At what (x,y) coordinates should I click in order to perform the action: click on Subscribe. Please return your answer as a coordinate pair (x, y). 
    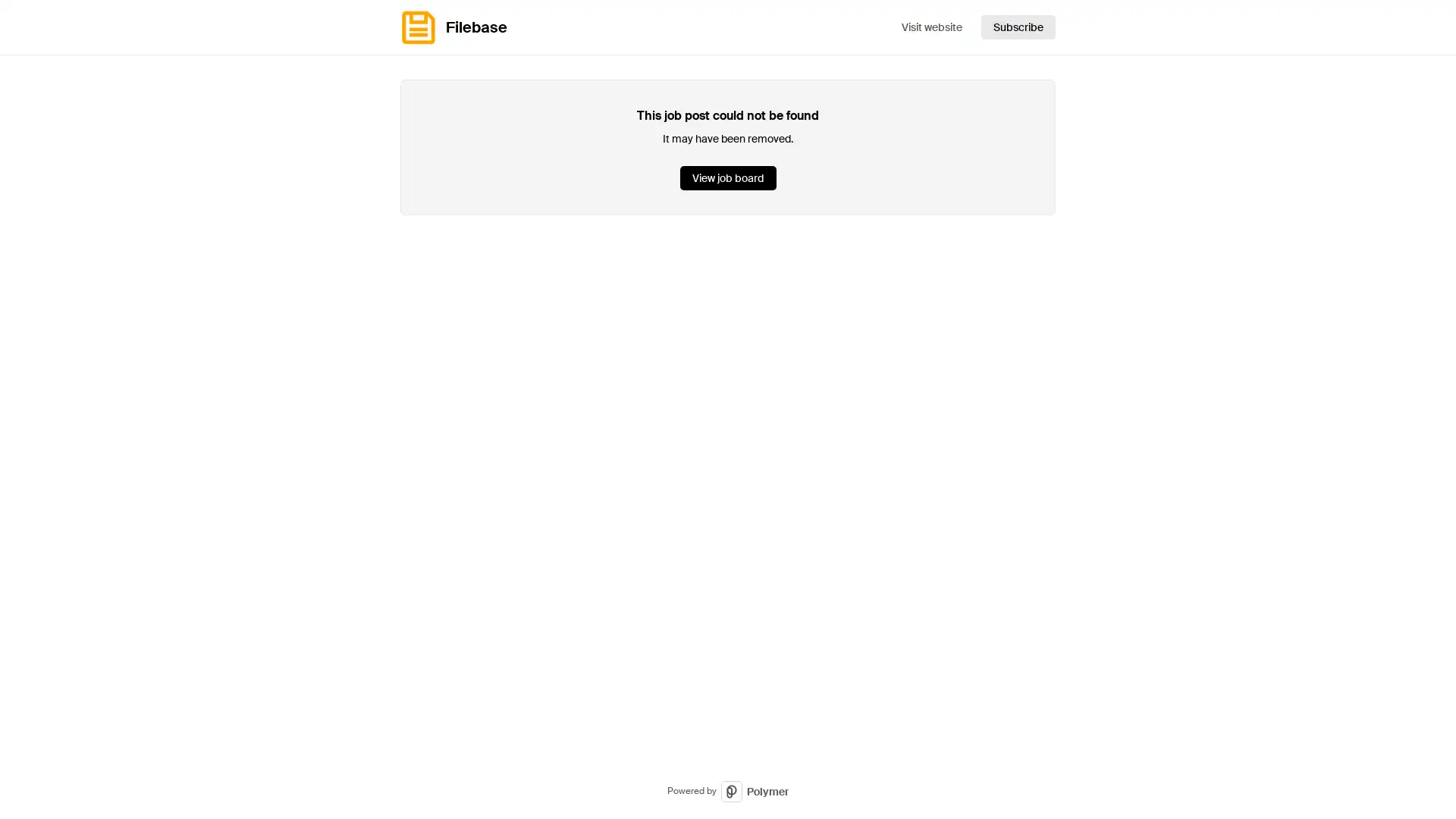
    Looking at the image, I should click on (1018, 27).